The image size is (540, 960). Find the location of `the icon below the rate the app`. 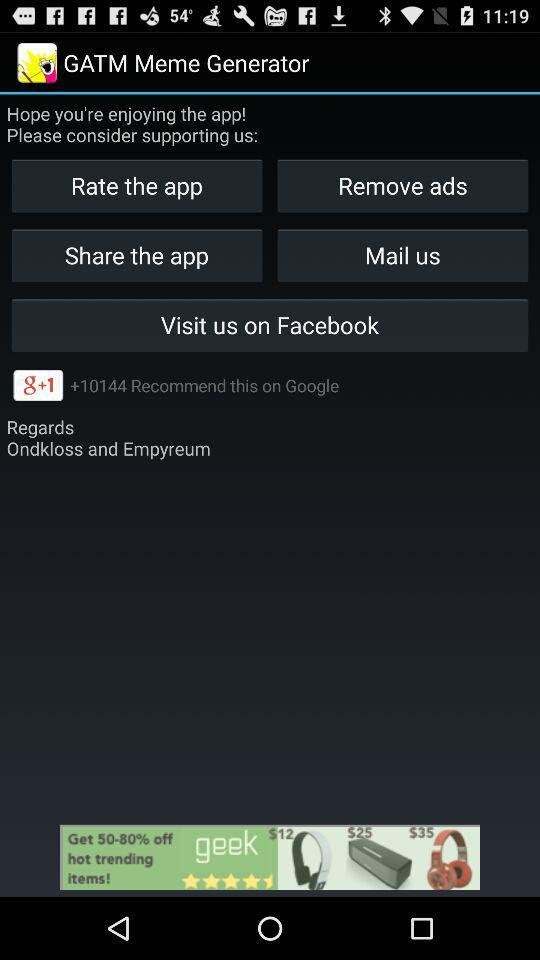

the icon below the rate the app is located at coordinates (402, 254).